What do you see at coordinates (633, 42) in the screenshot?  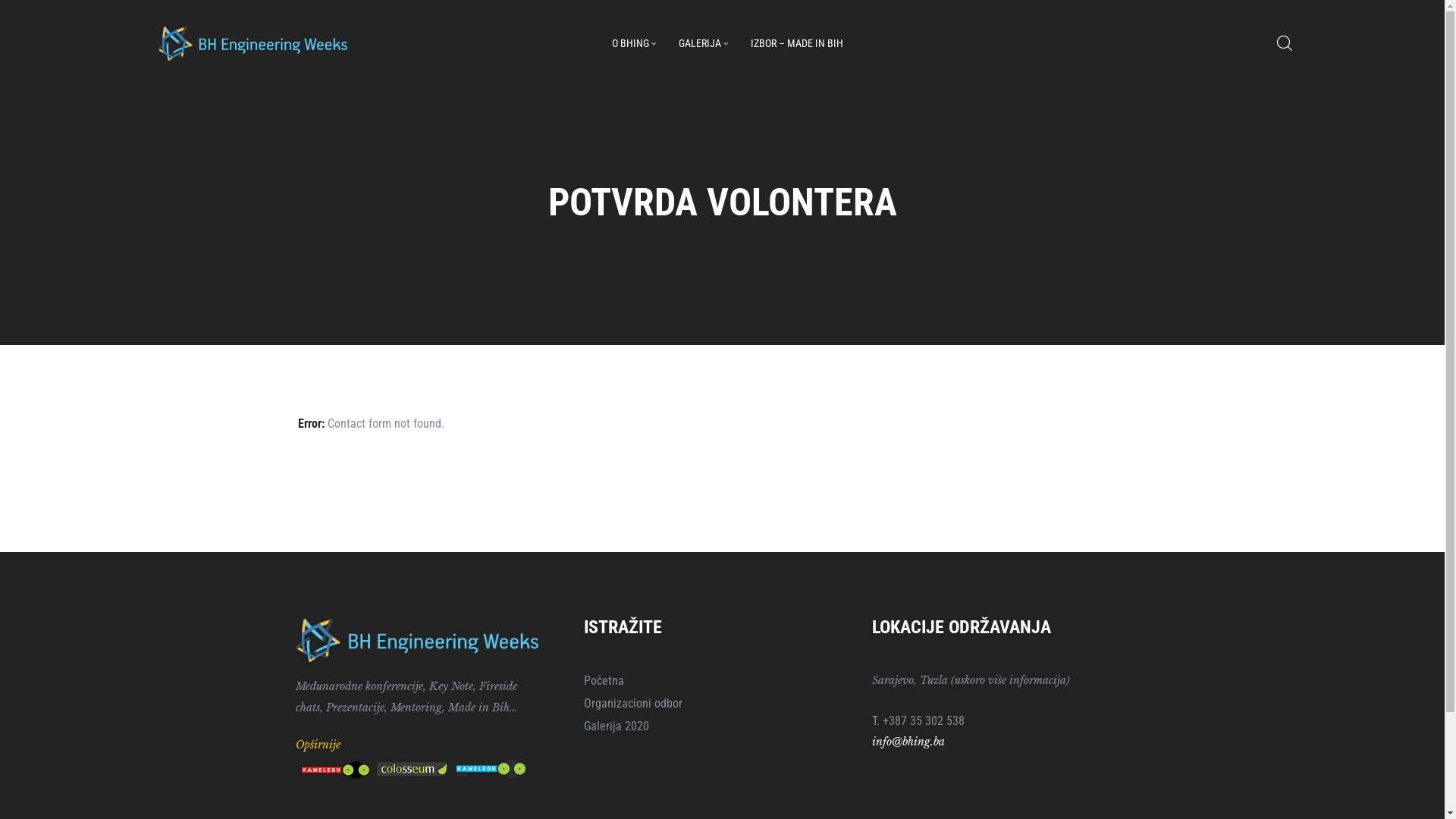 I see `'O BHING'` at bounding box center [633, 42].